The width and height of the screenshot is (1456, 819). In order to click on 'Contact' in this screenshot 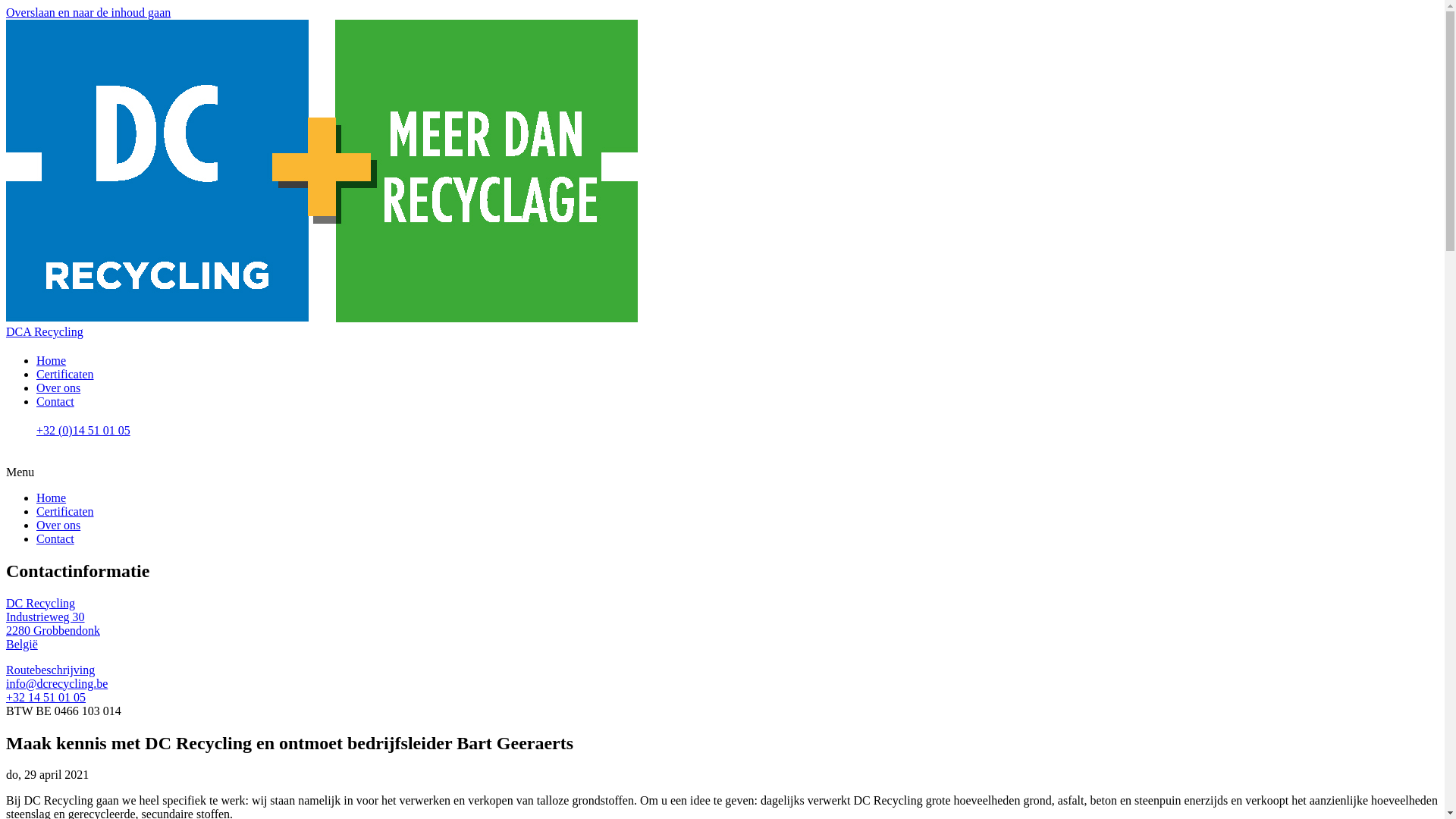, I will do `click(36, 538)`.